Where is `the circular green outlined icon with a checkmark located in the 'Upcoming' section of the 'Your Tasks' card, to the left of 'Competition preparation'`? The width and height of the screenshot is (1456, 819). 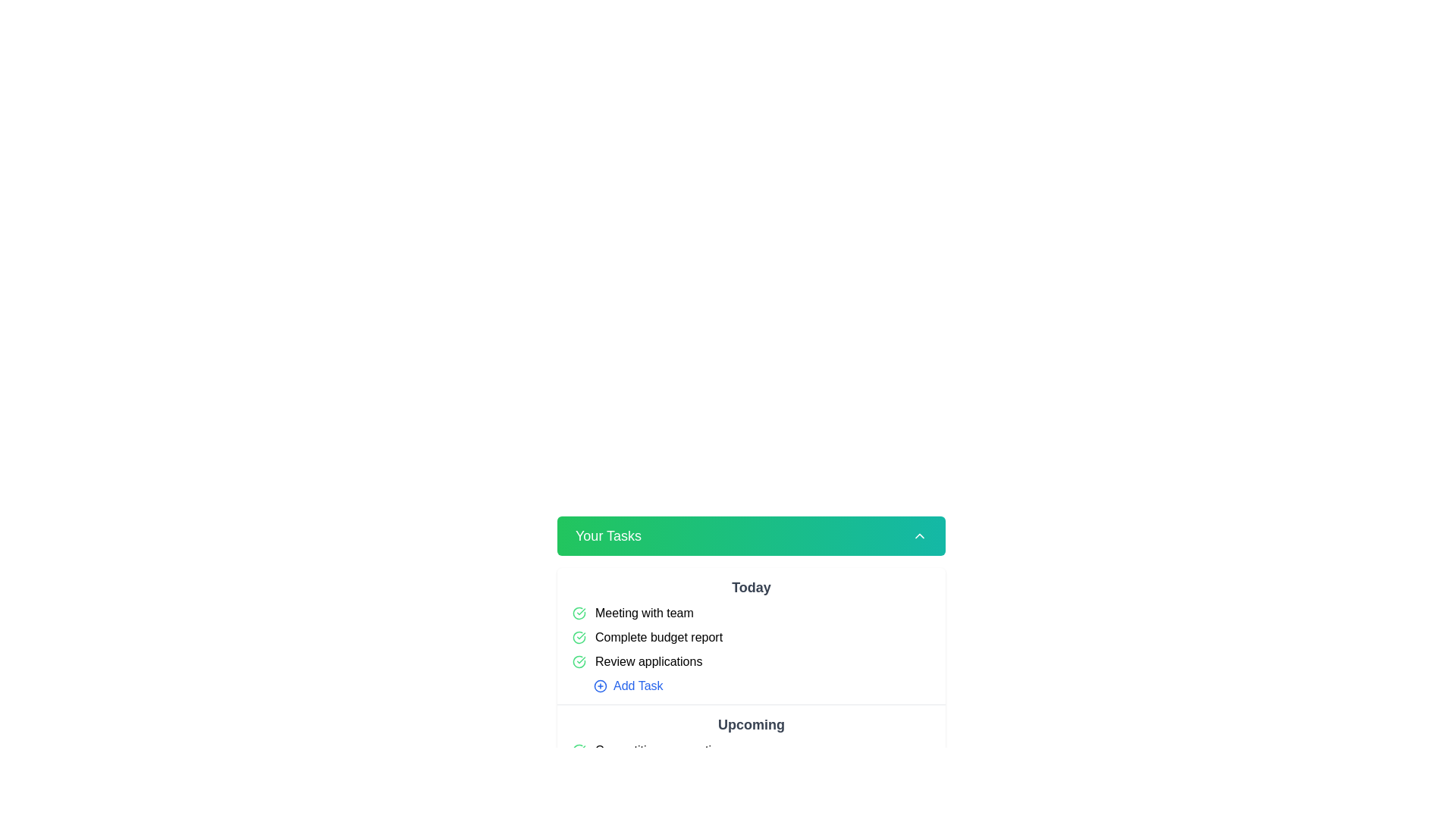 the circular green outlined icon with a checkmark located in the 'Upcoming' section of the 'Your Tasks' card, to the left of 'Competition preparation' is located at coordinates (578, 751).